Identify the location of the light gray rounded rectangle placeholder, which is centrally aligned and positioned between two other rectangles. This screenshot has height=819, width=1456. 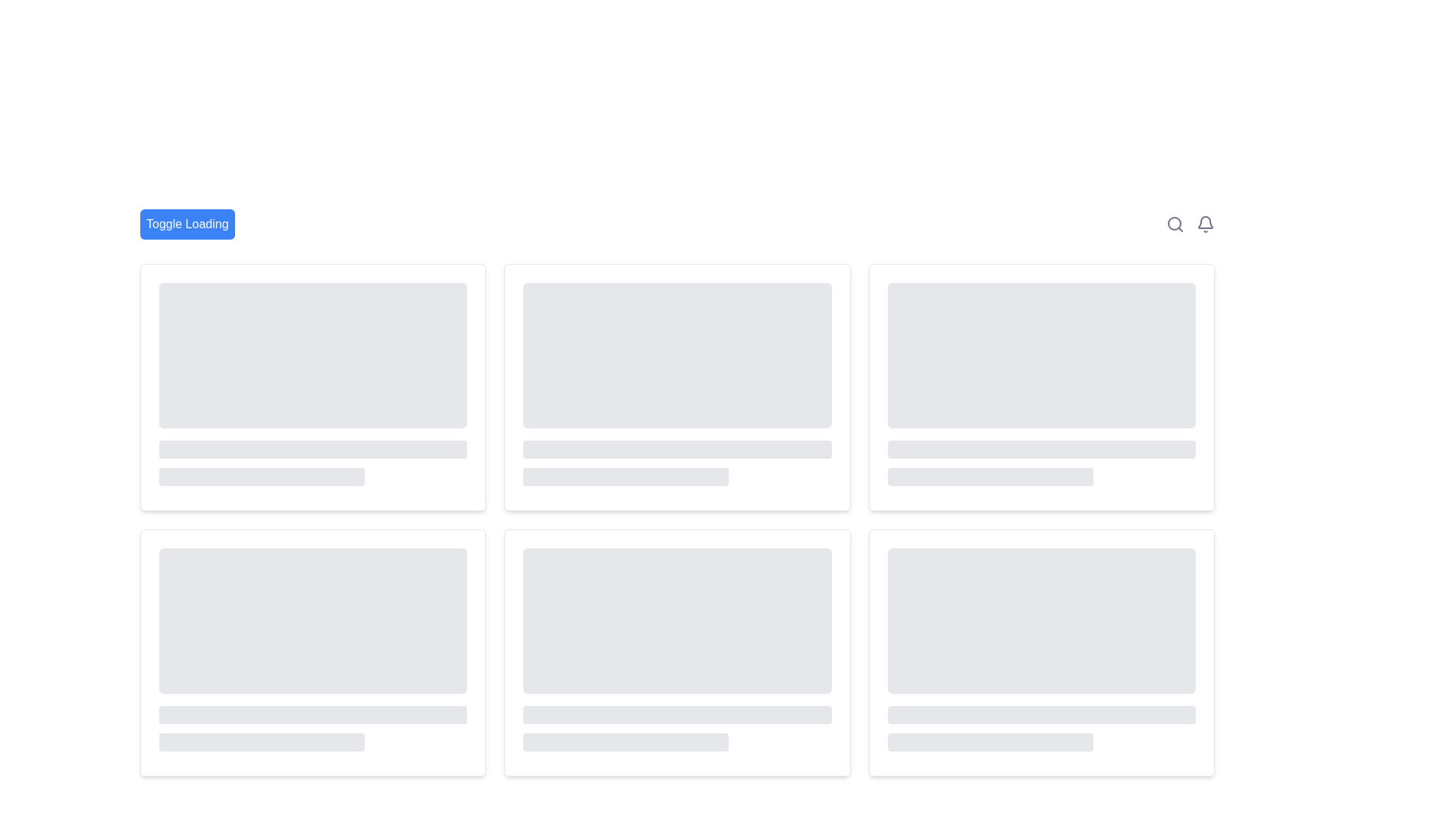
(312, 449).